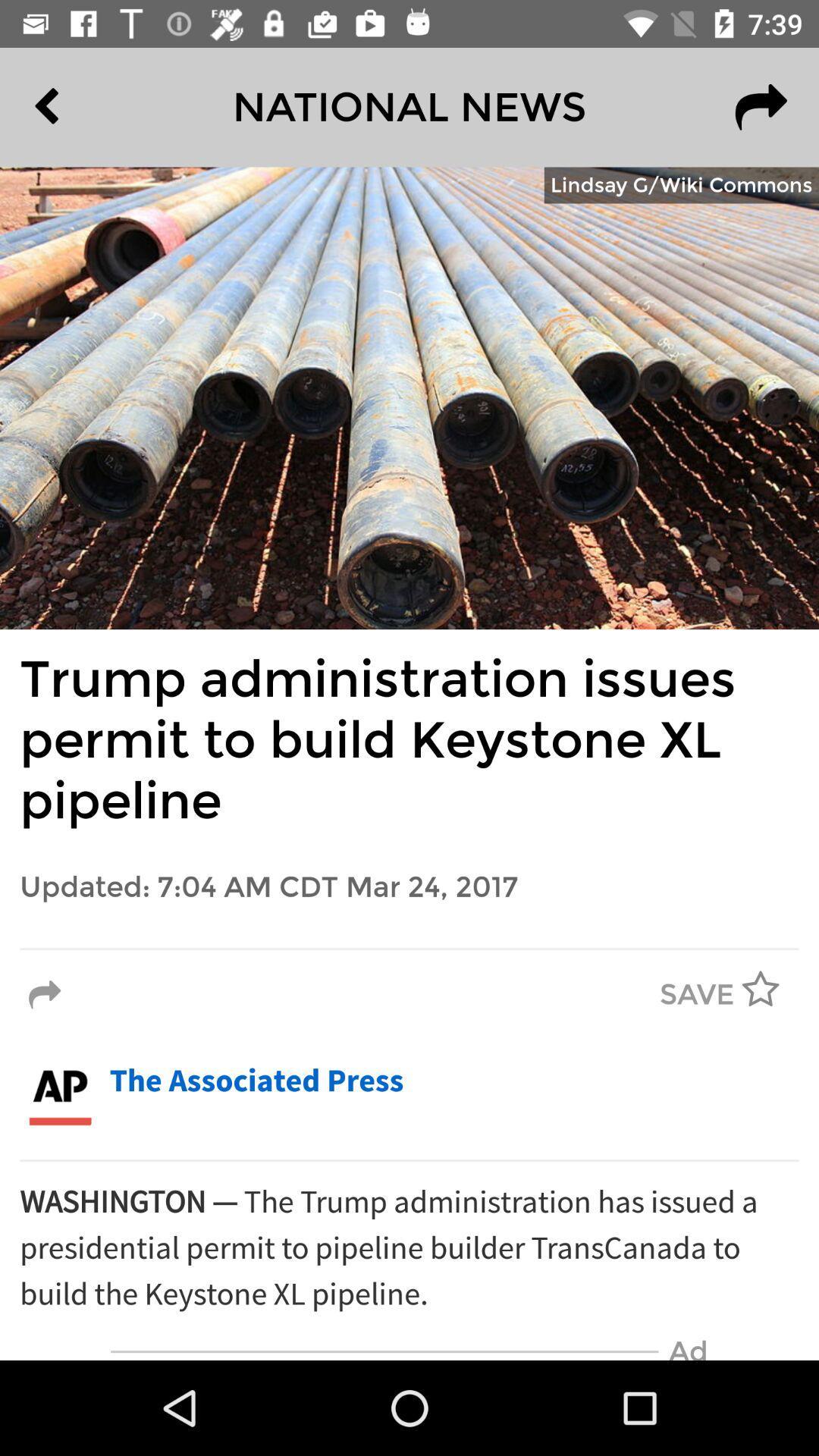 The width and height of the screenshot is (819, 1456). I want to click on the redo icon, so click(761, 106).